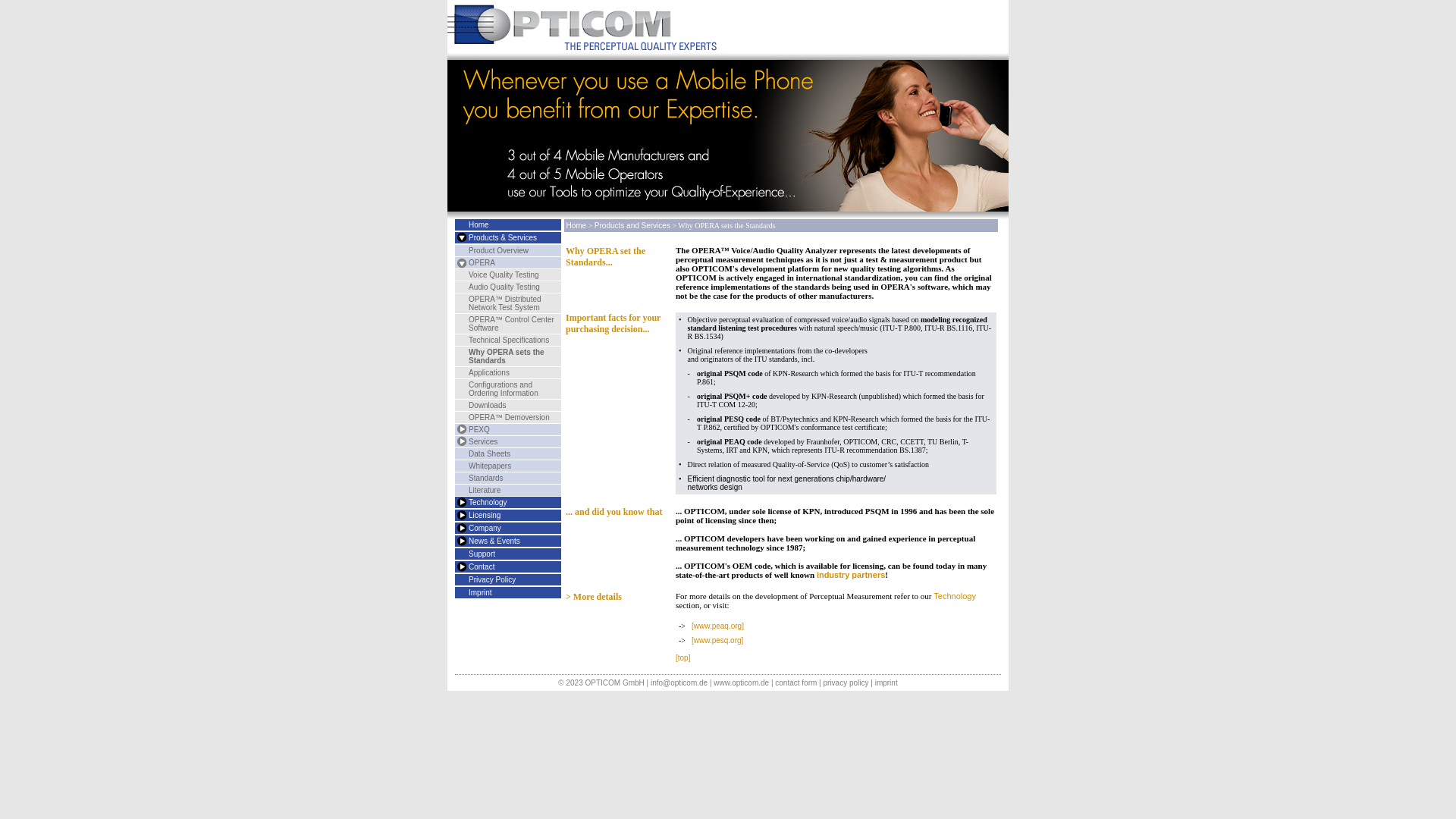  Describe the element at coordinates (815, 575) in the screenshot. I see `'industry partners'` at that location.